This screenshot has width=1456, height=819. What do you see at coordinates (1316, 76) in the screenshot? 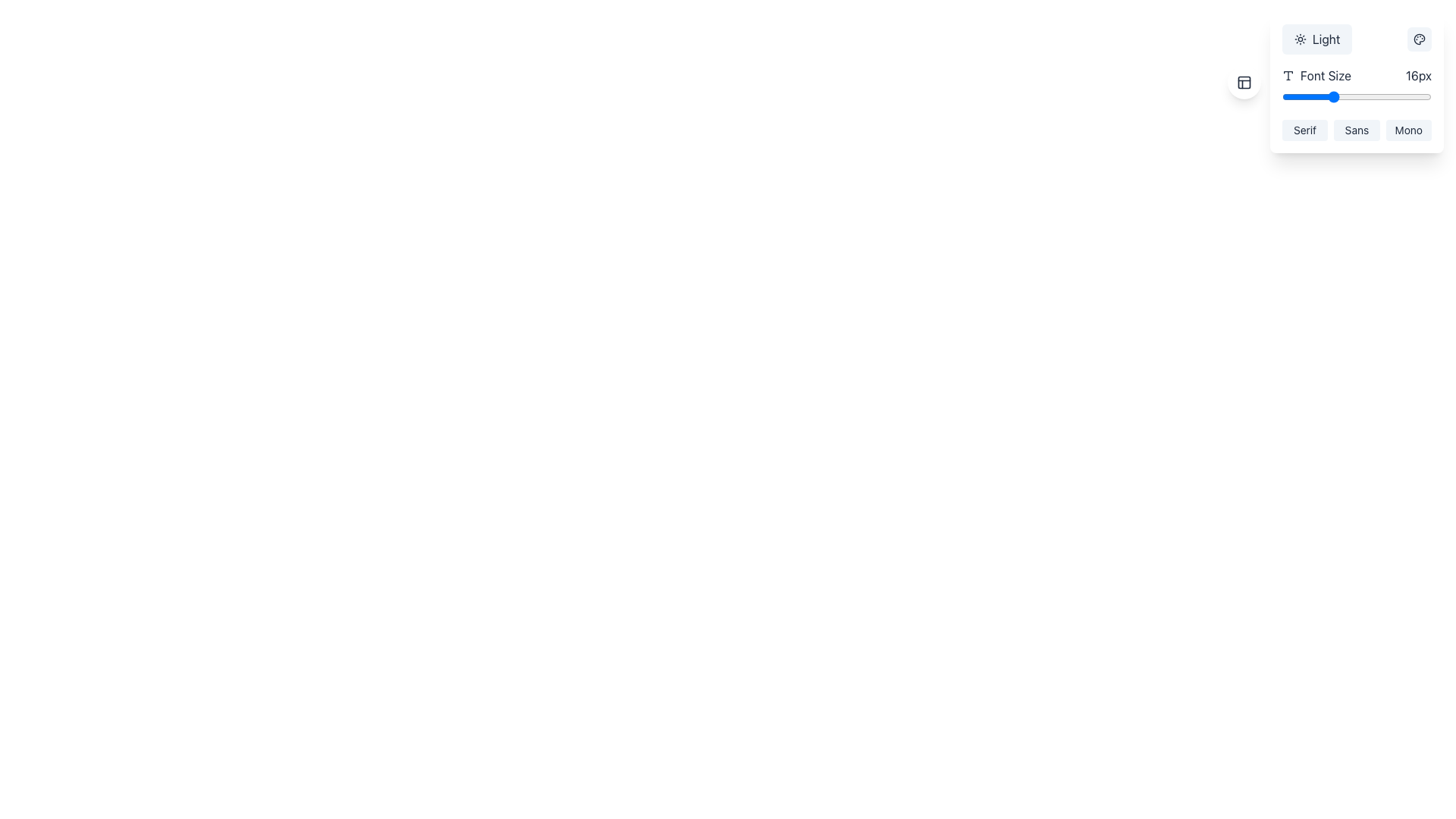
I see `the label that indicates the font size adjustment control, positioned next to the 'T' icon and before the '16px' text` at bounding box center [1316, 76].